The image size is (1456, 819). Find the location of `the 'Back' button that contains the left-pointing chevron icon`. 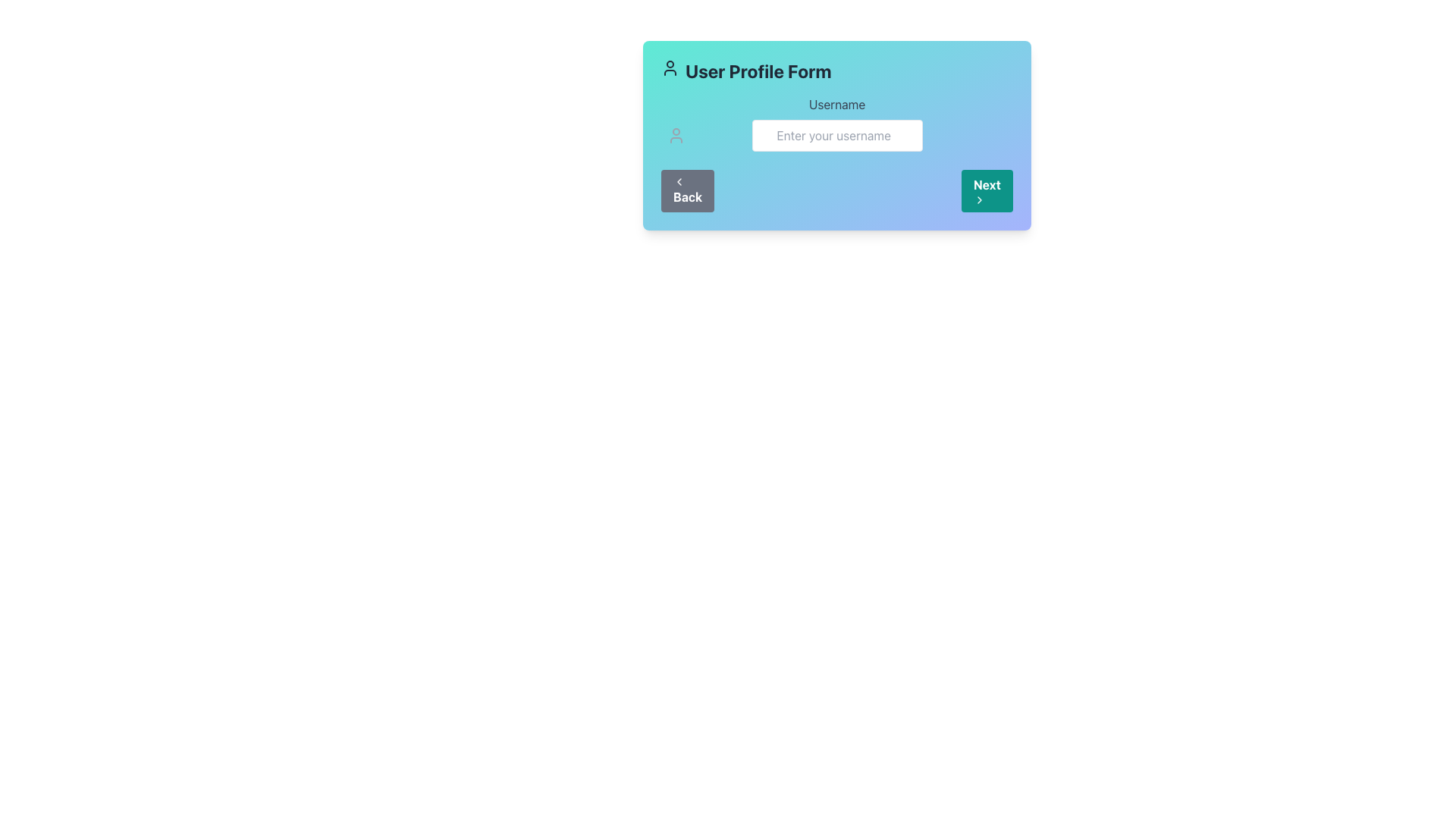

the 'Back' button that contains the left-pointing chevron icon is located at coordinates (679, 180).